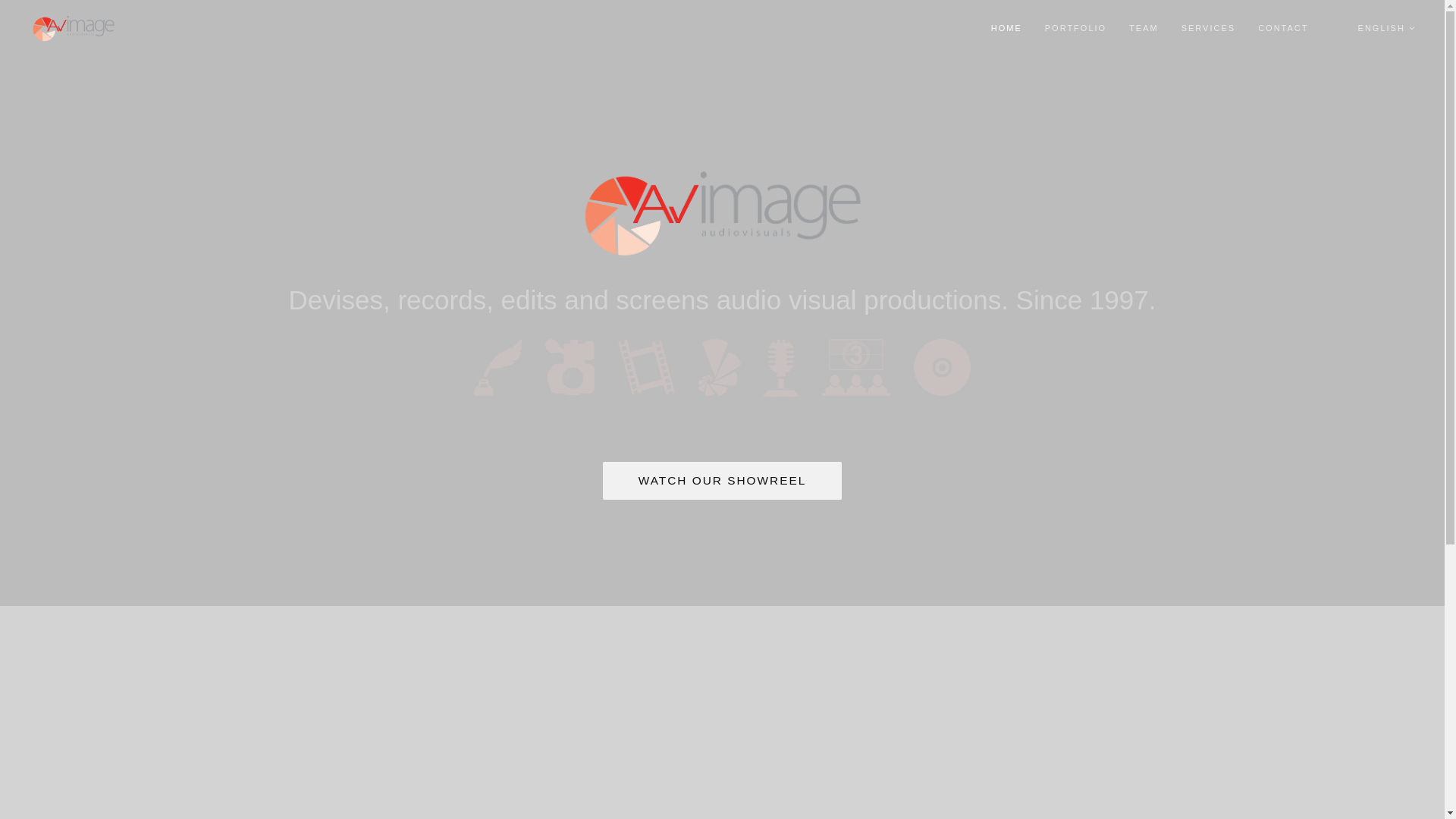 The height and width of the screenshot is (819, 1456). I want to click on 'Script', so click(497, 367).